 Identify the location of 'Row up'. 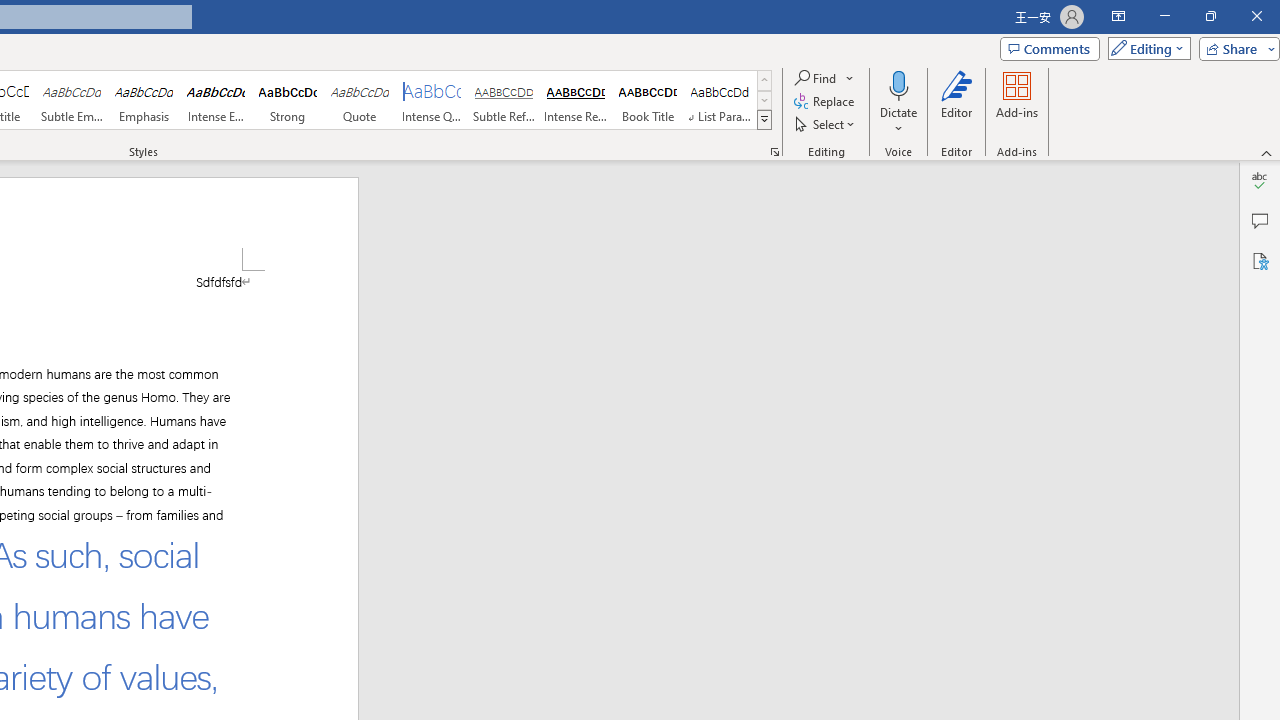
(763, 79).